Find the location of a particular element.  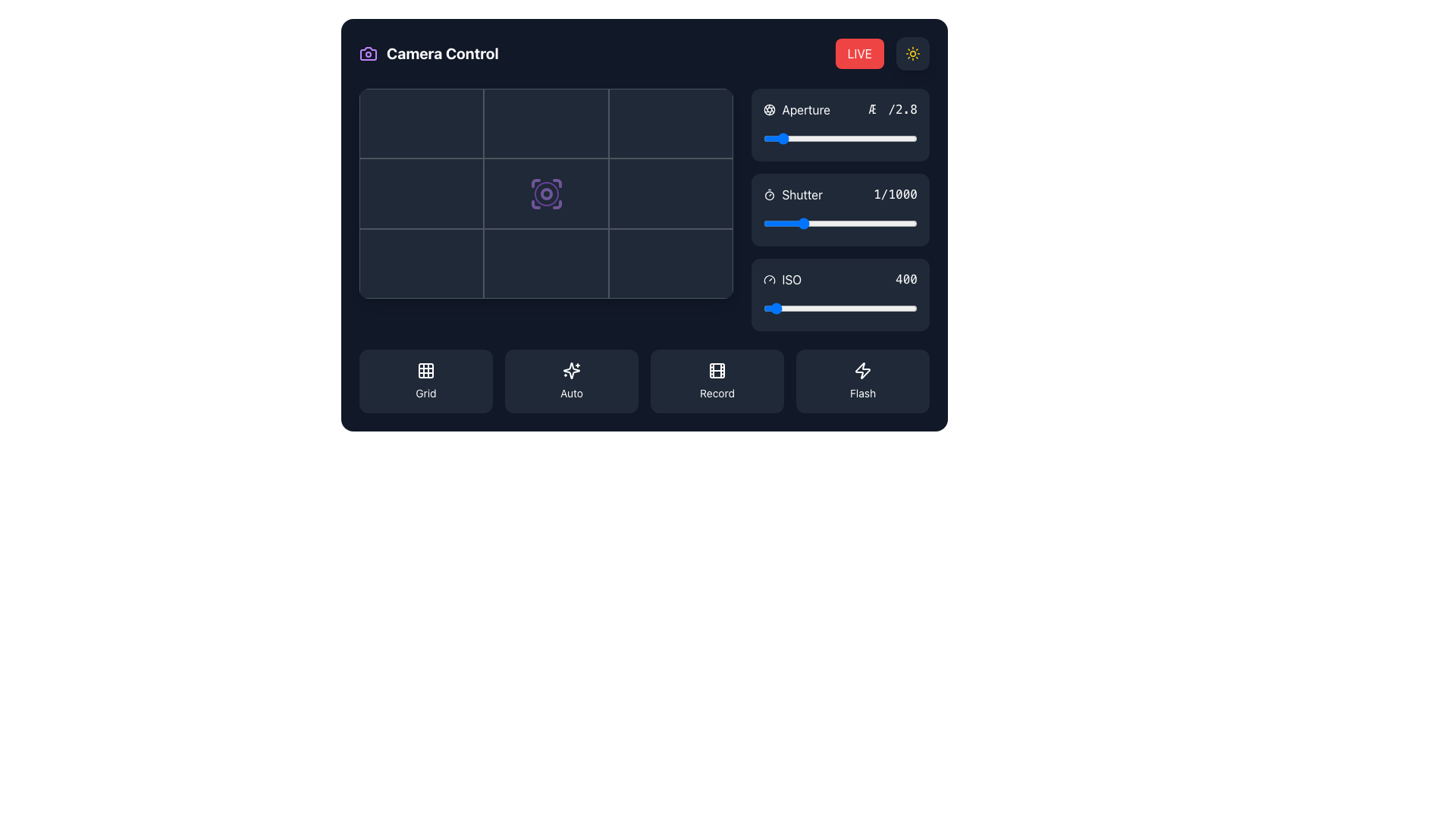

the grid icon that visualizes the 'Grid' functionality, located in the bottom left of the interface is located at coordinates (425, 371).